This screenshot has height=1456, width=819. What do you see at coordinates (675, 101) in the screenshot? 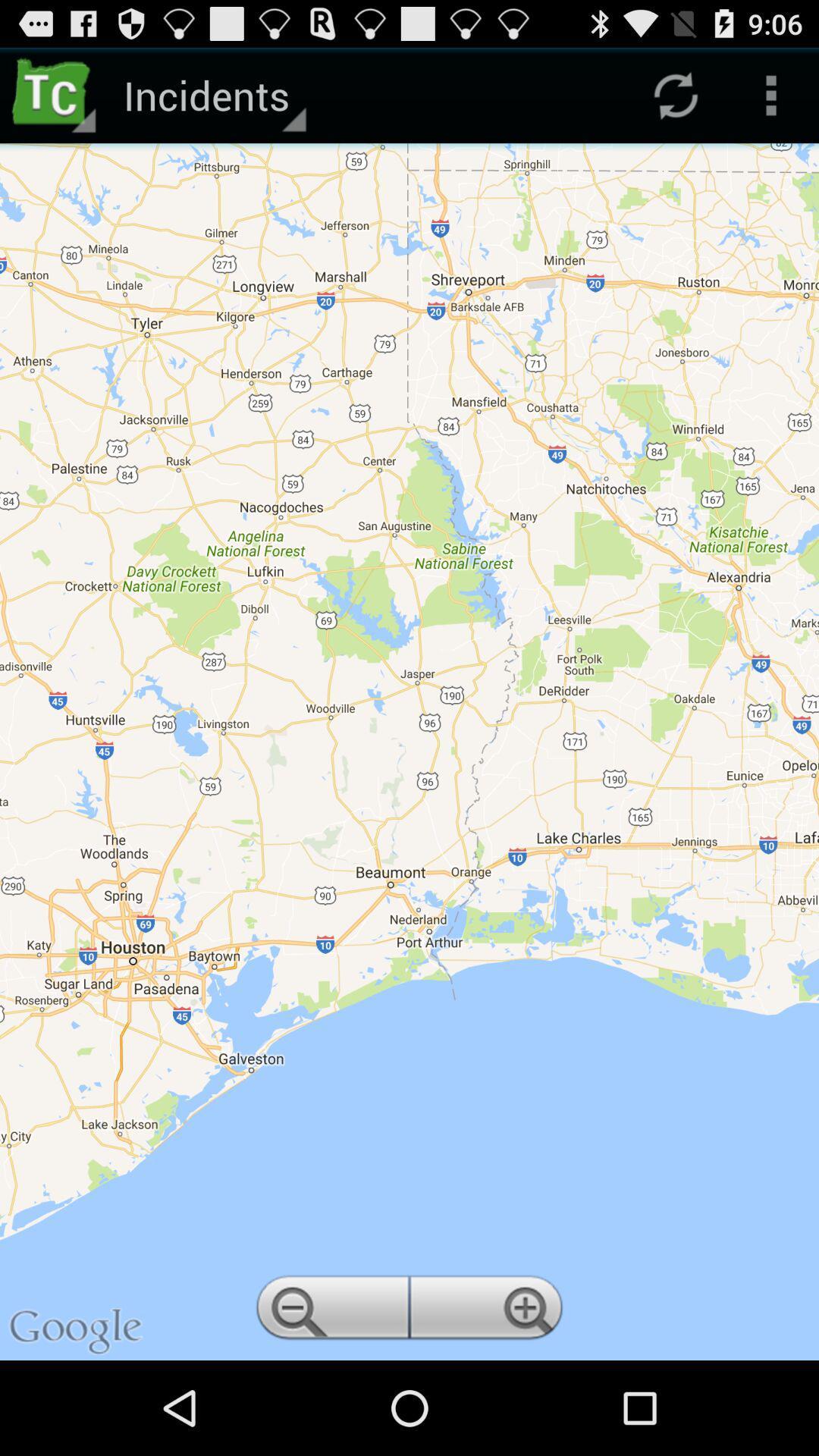
I see `the refresh icon` at bounding box center [675, 101].